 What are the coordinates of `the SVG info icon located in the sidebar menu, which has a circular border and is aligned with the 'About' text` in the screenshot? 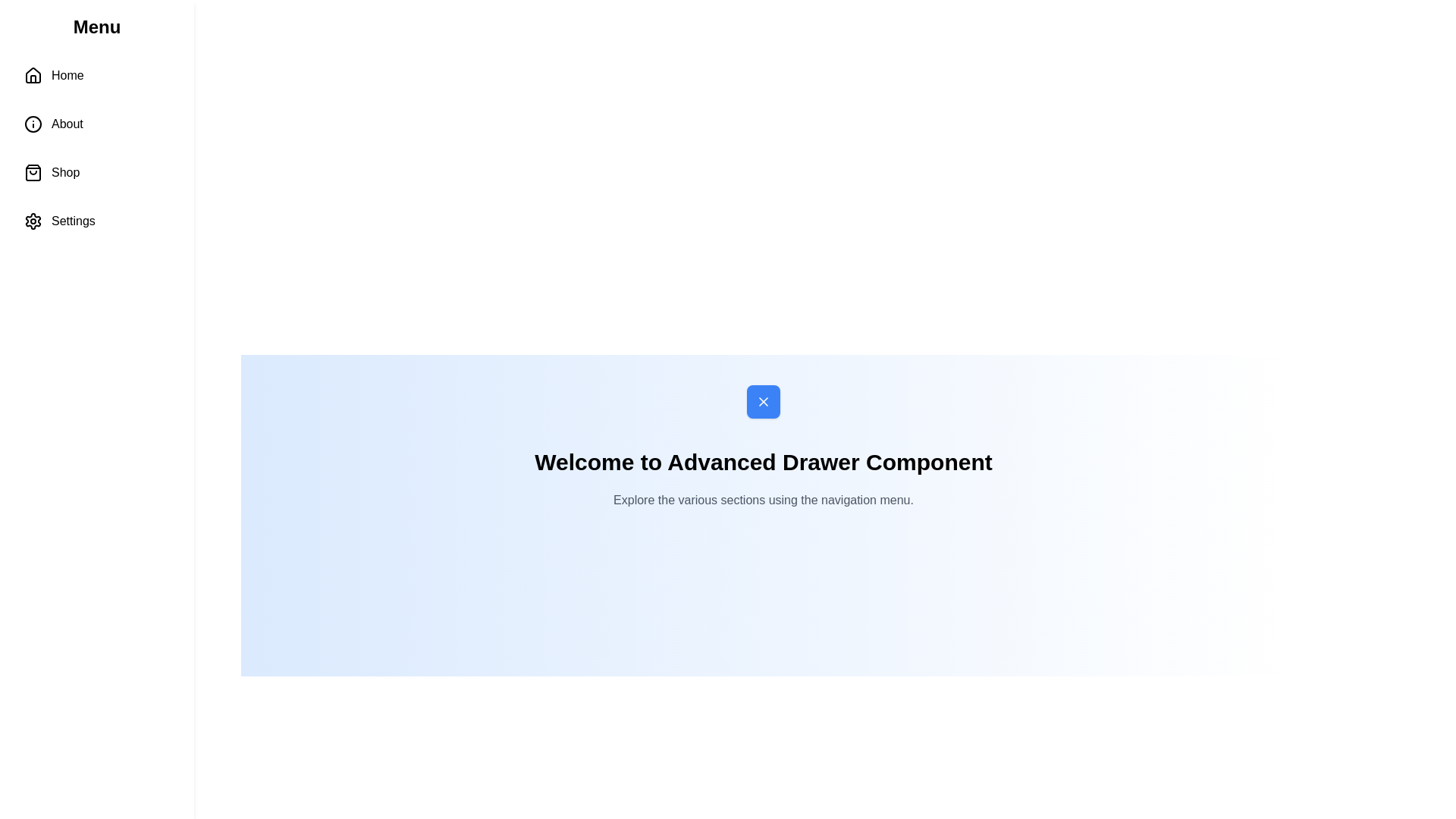 It's located at (33, 124).